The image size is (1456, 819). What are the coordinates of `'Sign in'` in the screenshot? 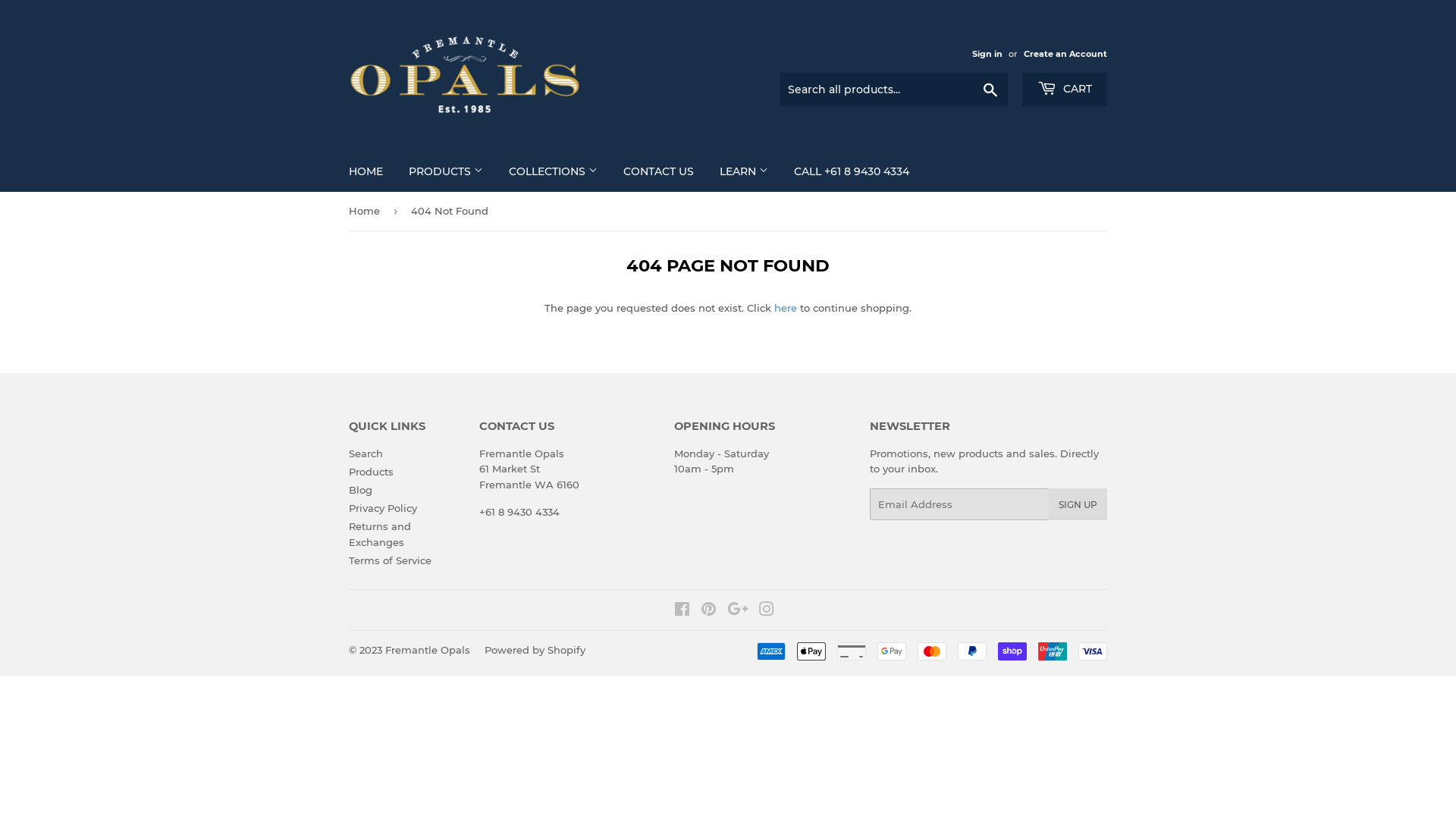 It's located at (987, 52).